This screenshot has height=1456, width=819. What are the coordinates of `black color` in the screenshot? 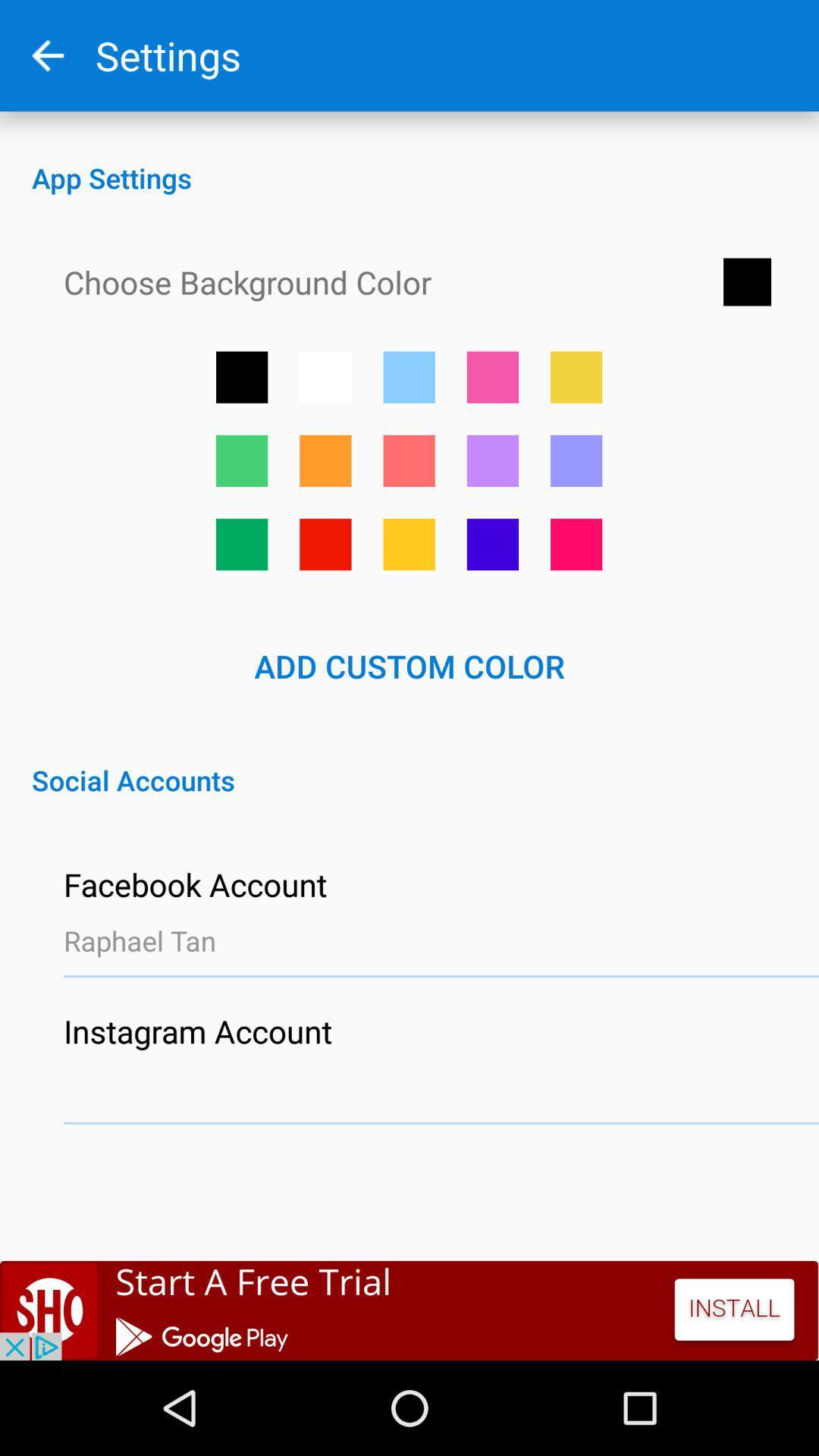 It's located at (241, 377).